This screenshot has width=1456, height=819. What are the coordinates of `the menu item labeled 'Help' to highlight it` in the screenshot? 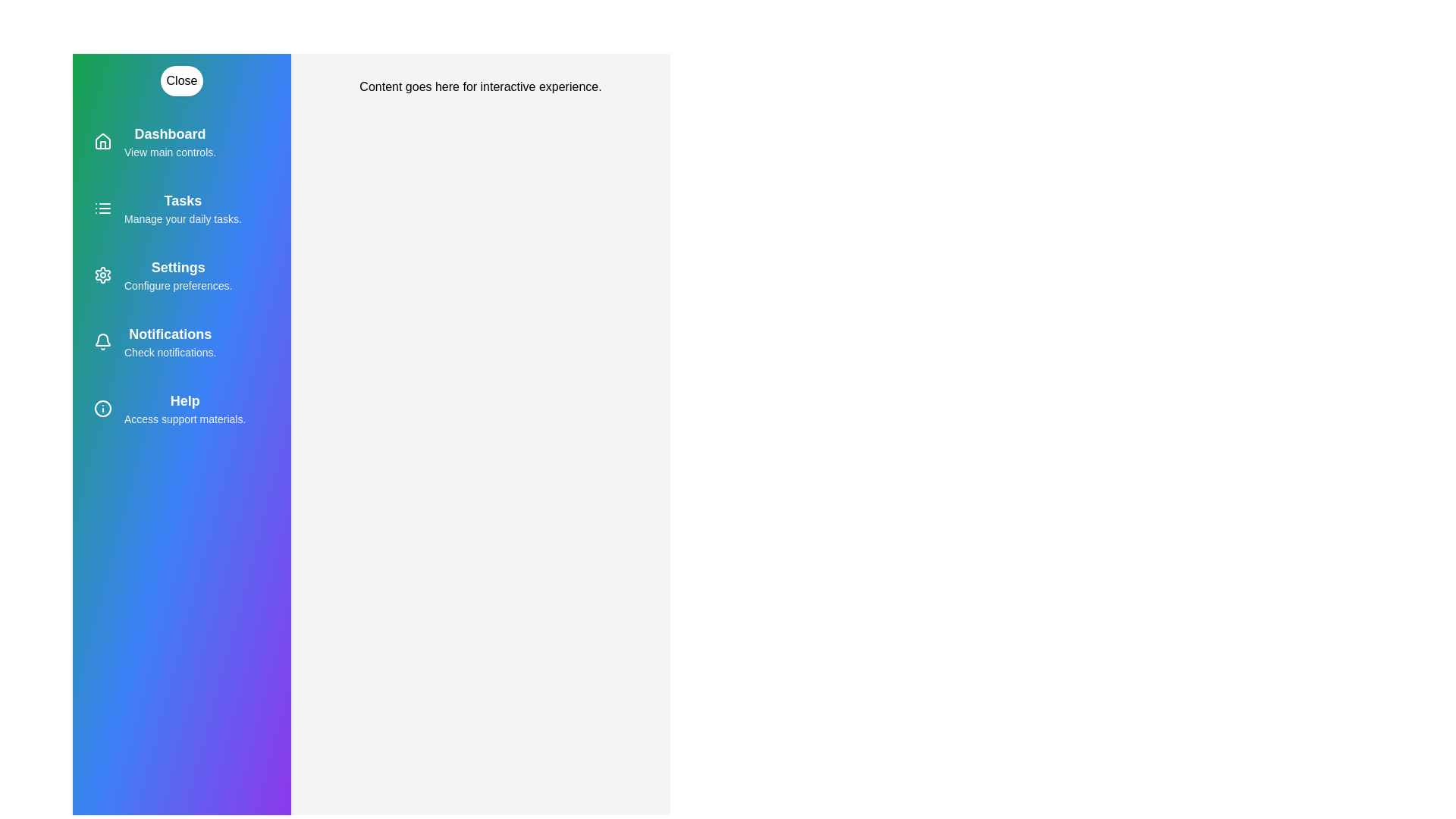 It's located at (182, 408).